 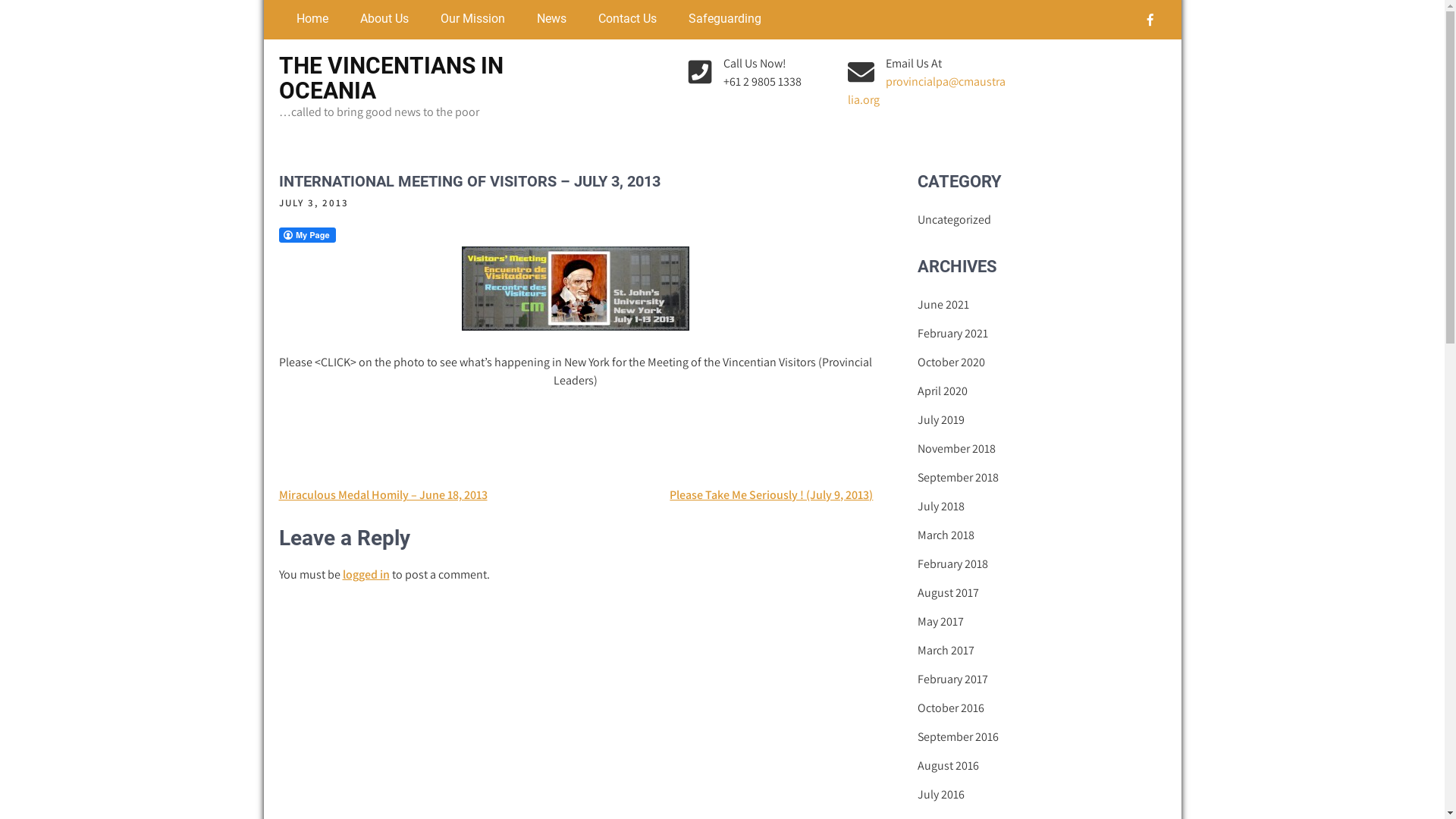 What do you see at coordinates (916, 362) in the screenshot?
I see `'October 2020'` at bounding box center [916, 362].